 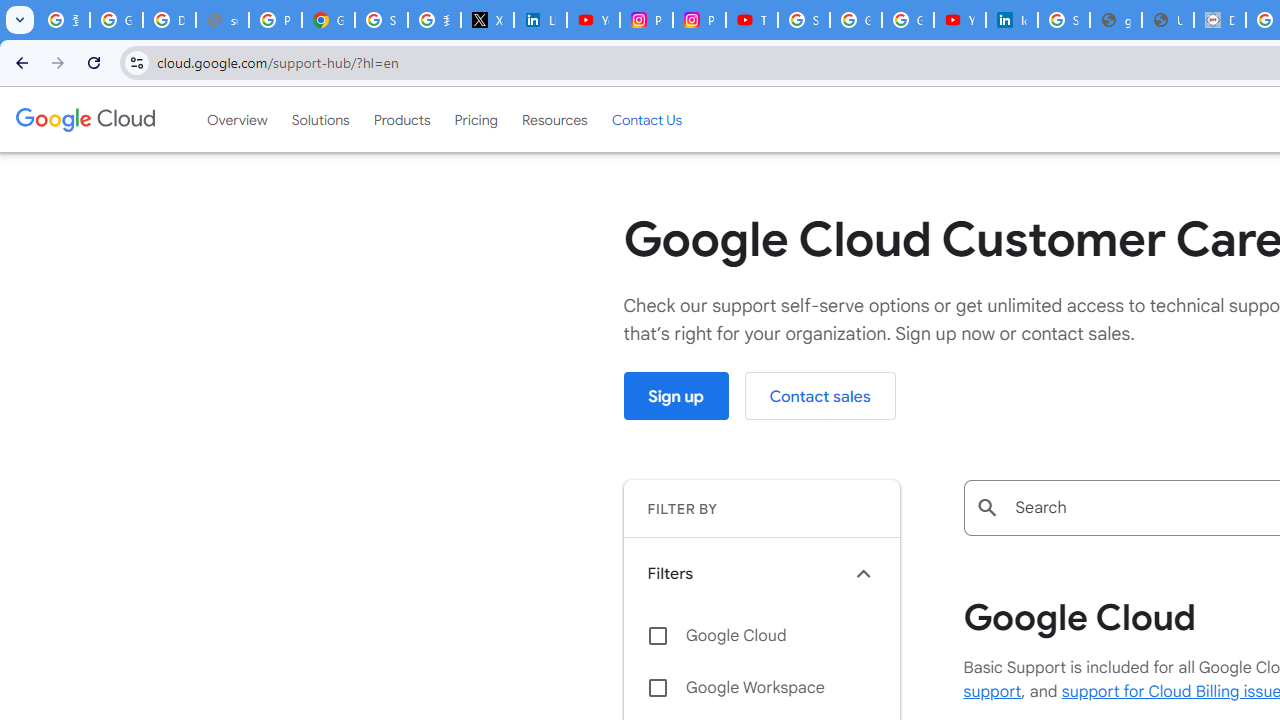 What do you see at coordinates (760, 635) in the screenshot?
I see `'Google Cloud'` at bounding box center [760, 635].